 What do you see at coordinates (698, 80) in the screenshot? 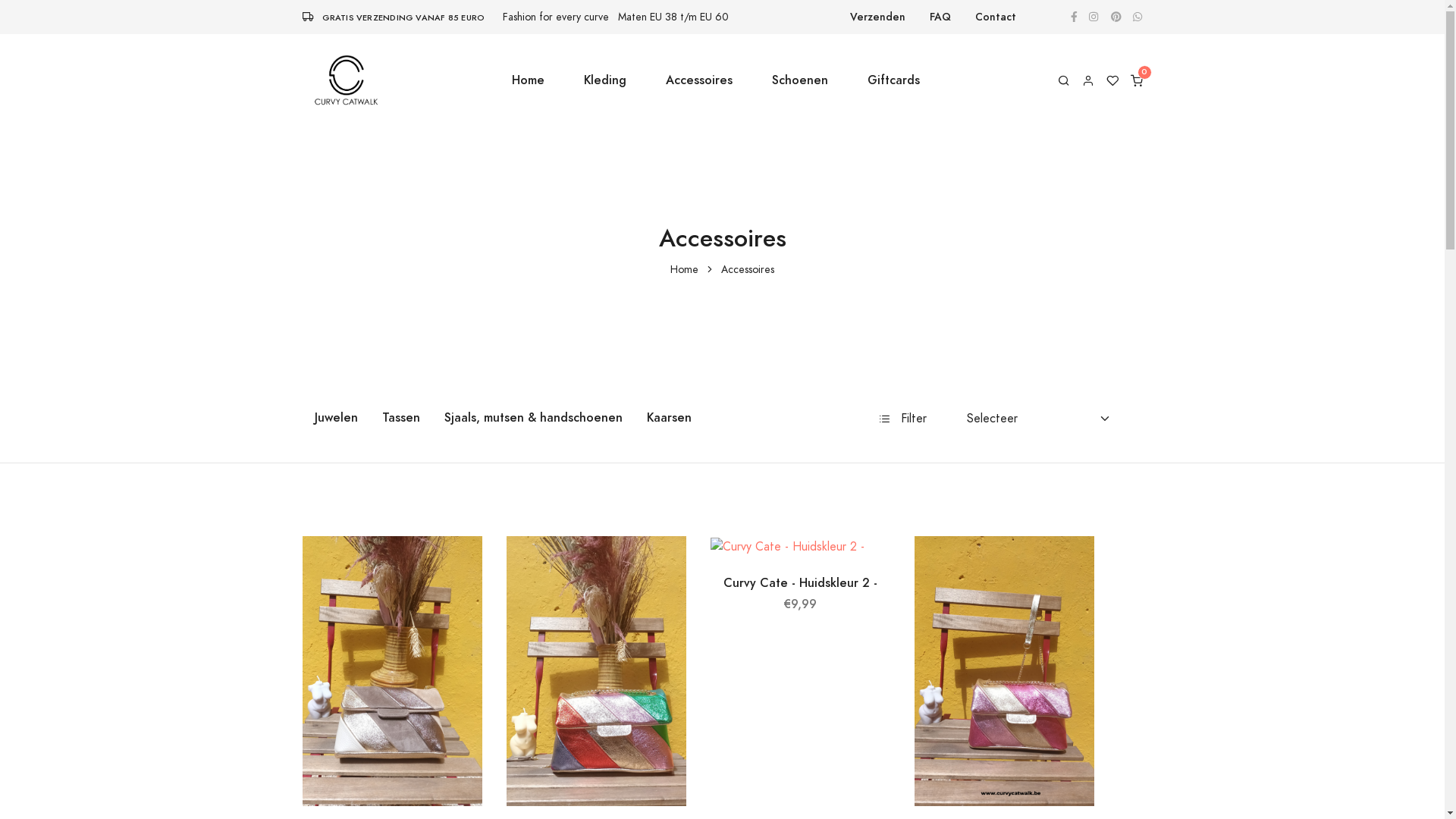
I see `'Accessoires'` at bounding box center [698, 80].